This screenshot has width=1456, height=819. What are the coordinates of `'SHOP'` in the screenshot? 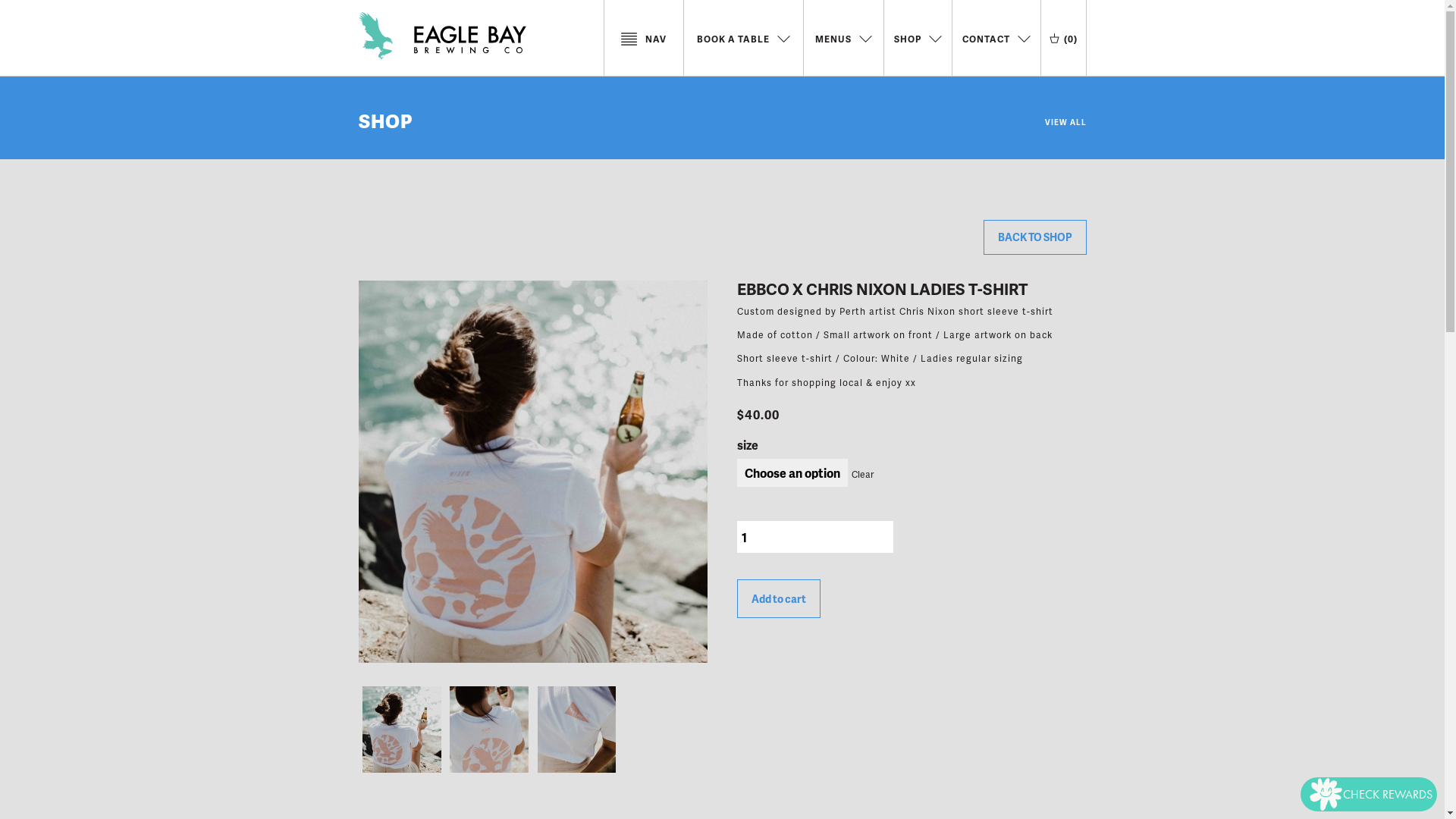 It's located at (356, 119).